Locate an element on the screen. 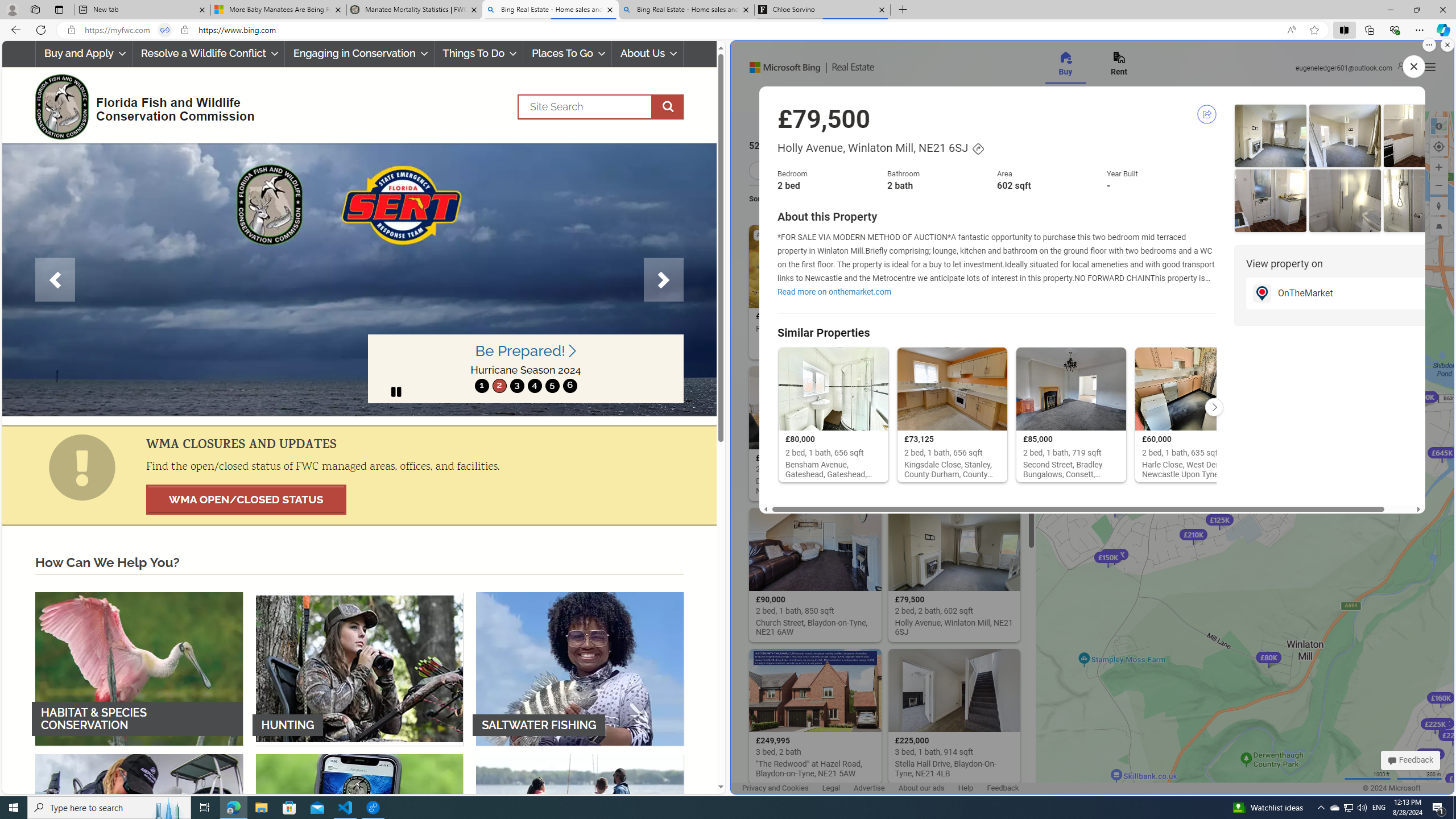 The image size is (1456, 819). 'Previous' is located at coordinates (55, 279).